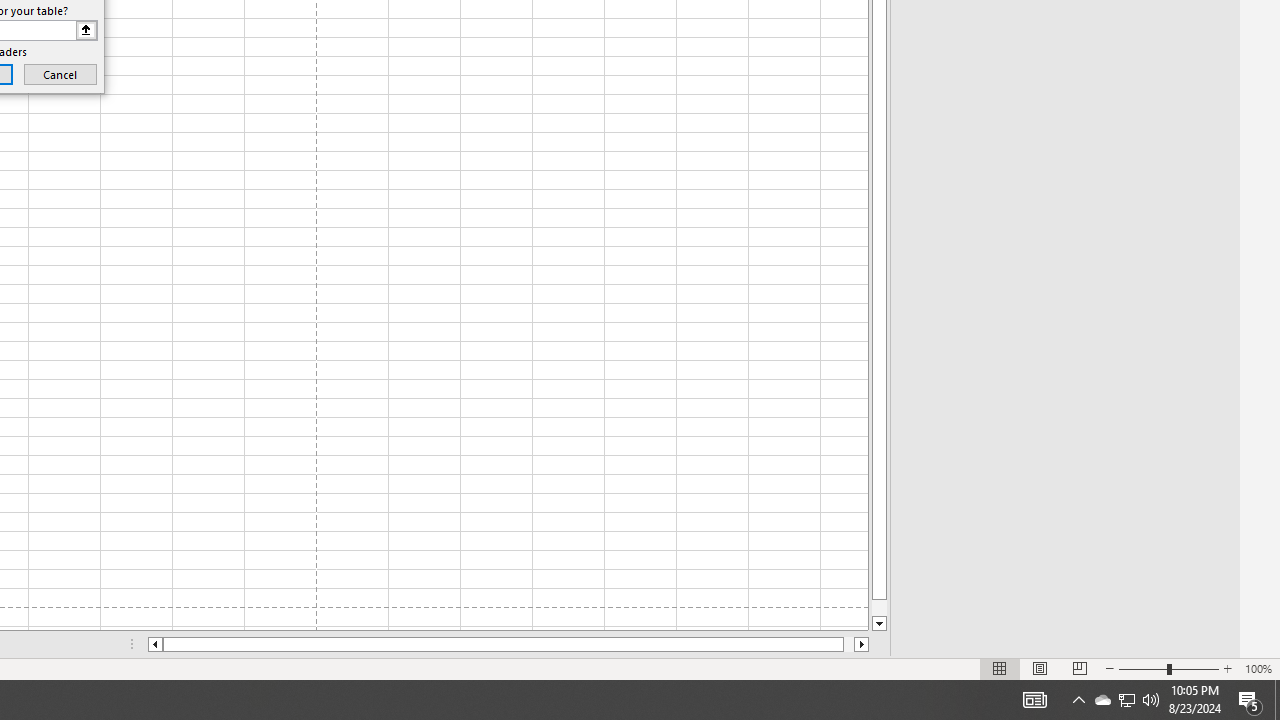  What do you see at coordinates (1168, 669) in the screenshot?
I see `'Zoom'` at bounding box center [1168, 669].